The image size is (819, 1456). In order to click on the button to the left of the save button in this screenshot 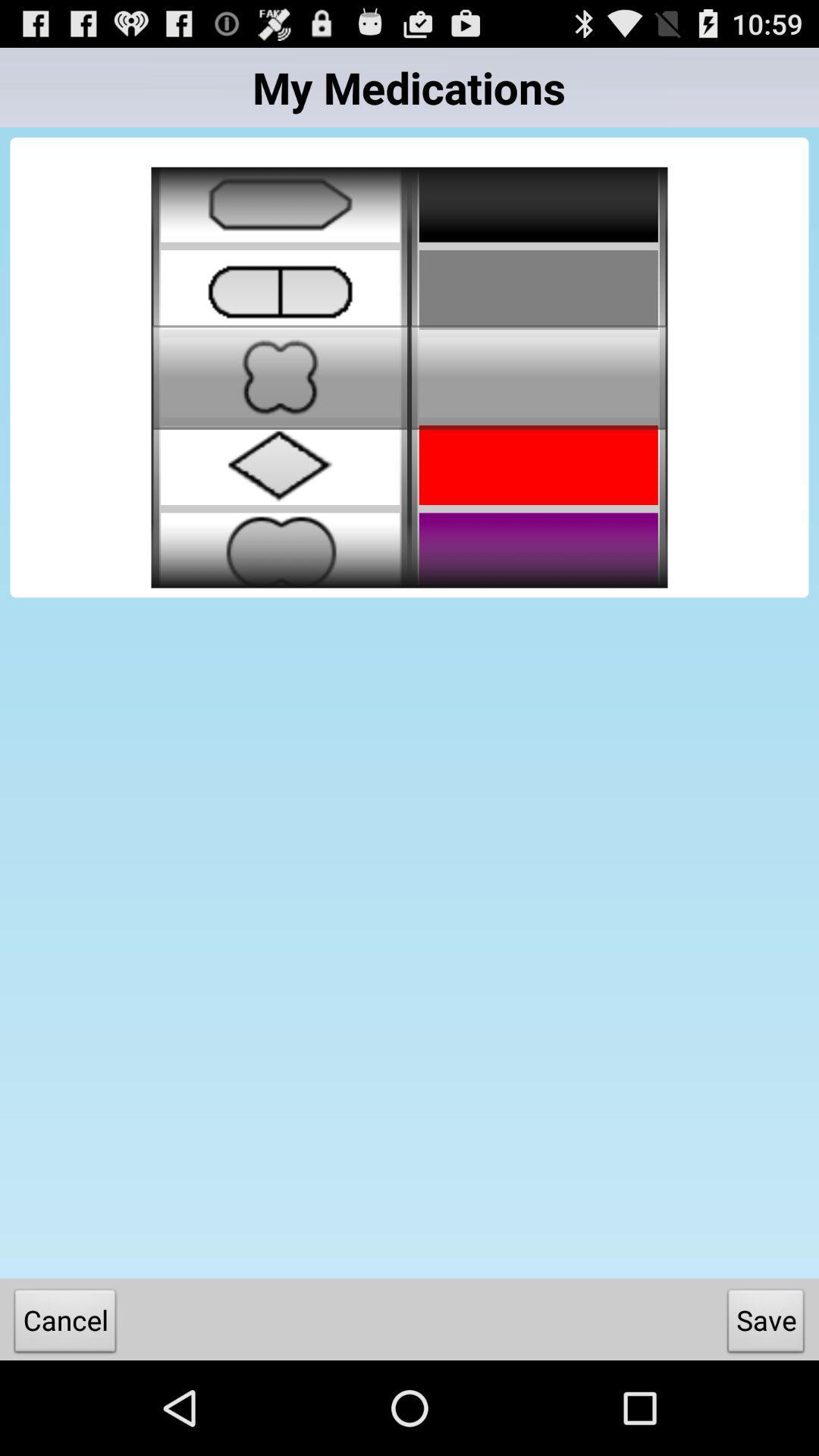, I will do `click(64, 1323)`.